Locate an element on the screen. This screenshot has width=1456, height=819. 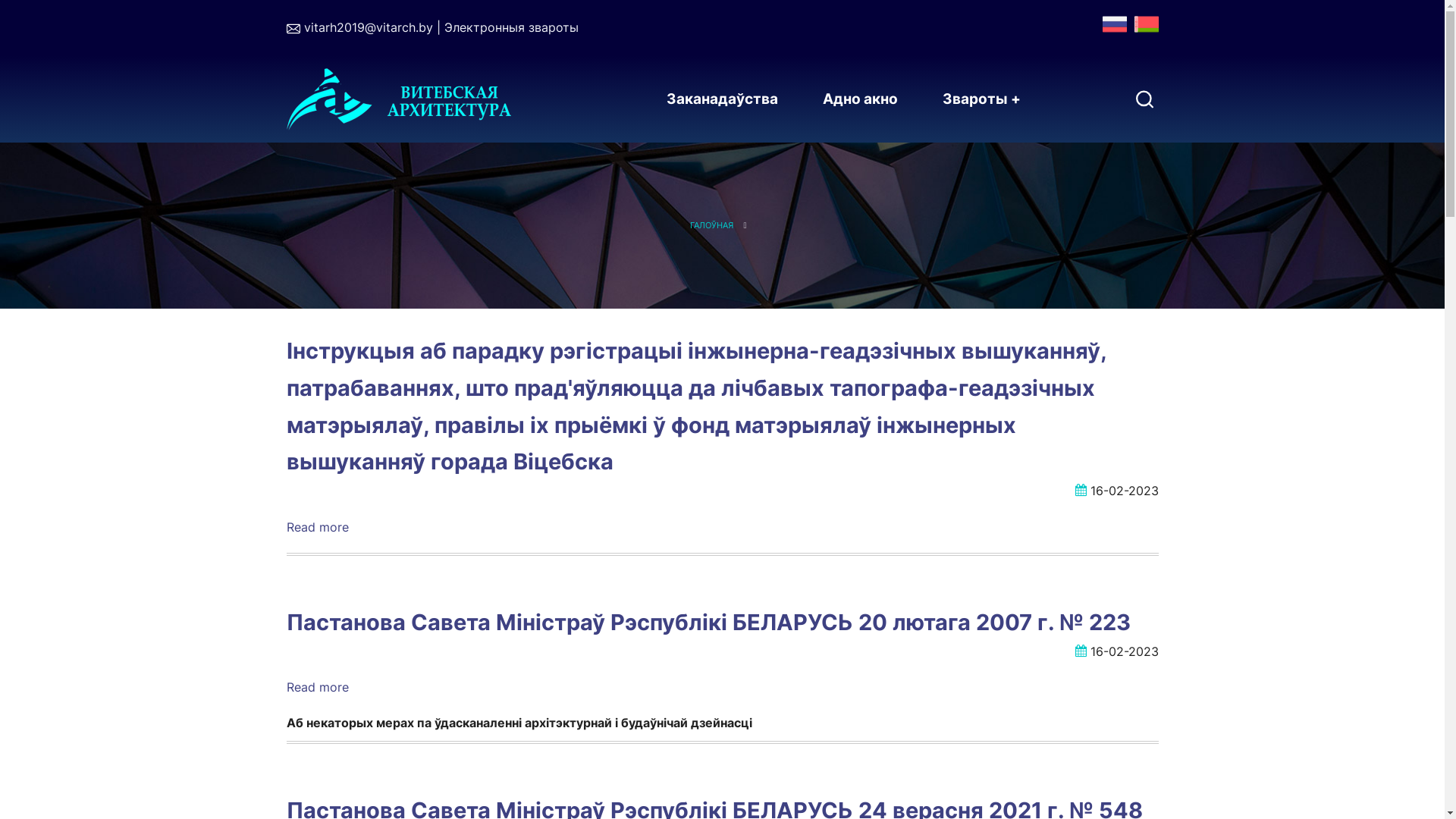
'vitarh2019@vitarch.by' is located at coordinates (303, 27).